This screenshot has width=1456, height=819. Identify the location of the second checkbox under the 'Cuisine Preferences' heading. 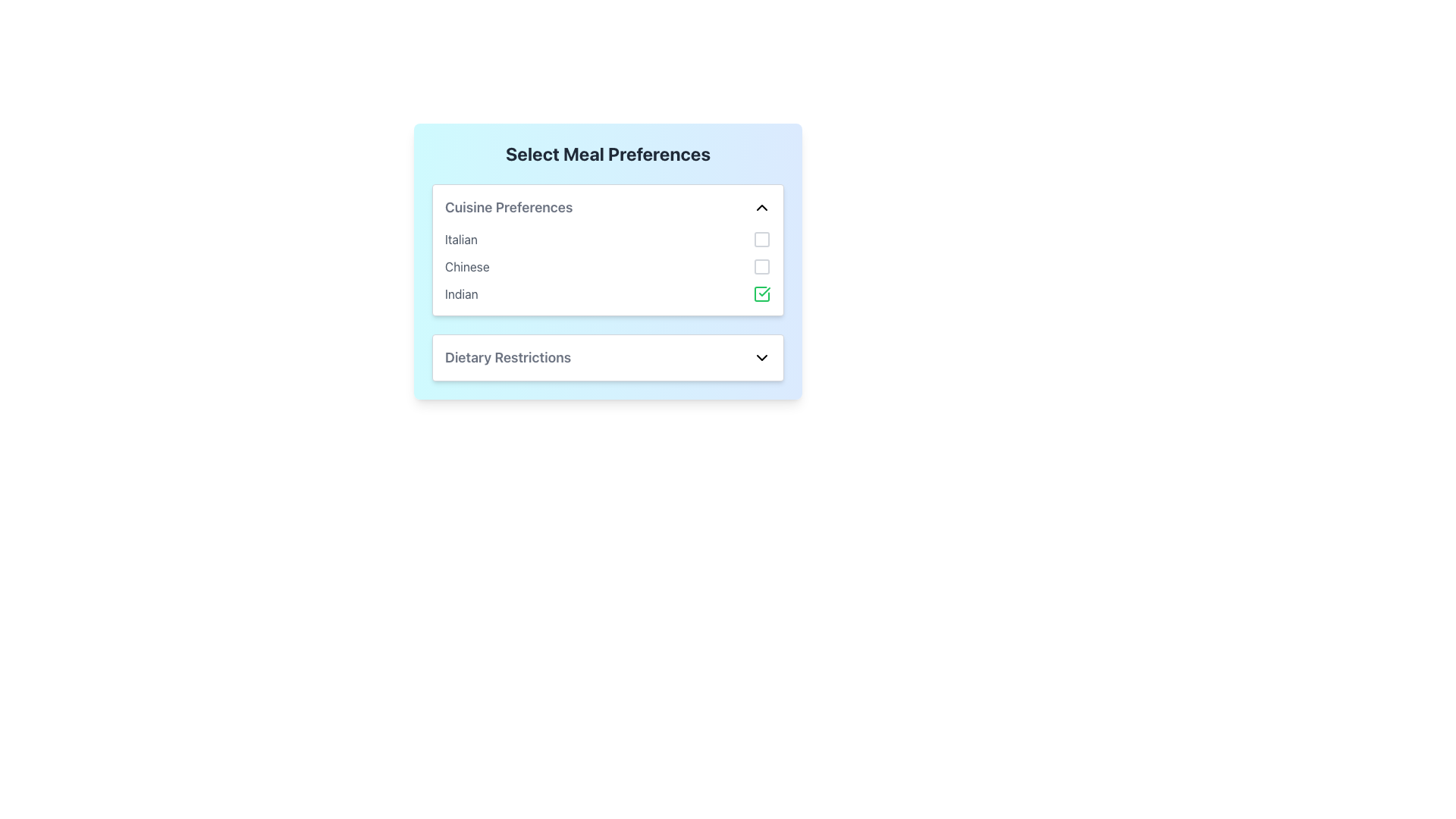
(761, 265).